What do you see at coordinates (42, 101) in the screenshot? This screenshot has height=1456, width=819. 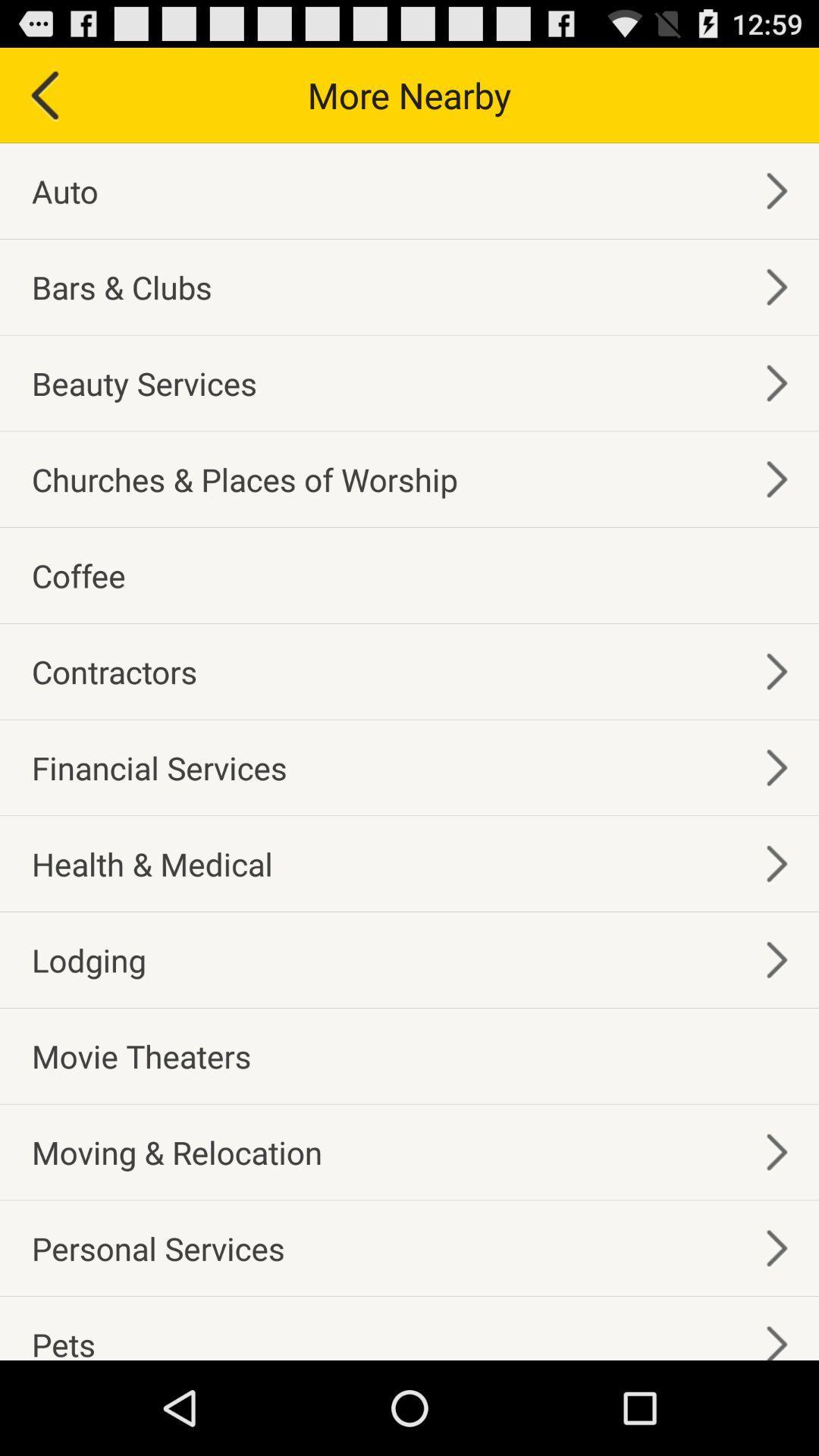 I see `the arrow_backward icon` at bounding box center [42, 101].